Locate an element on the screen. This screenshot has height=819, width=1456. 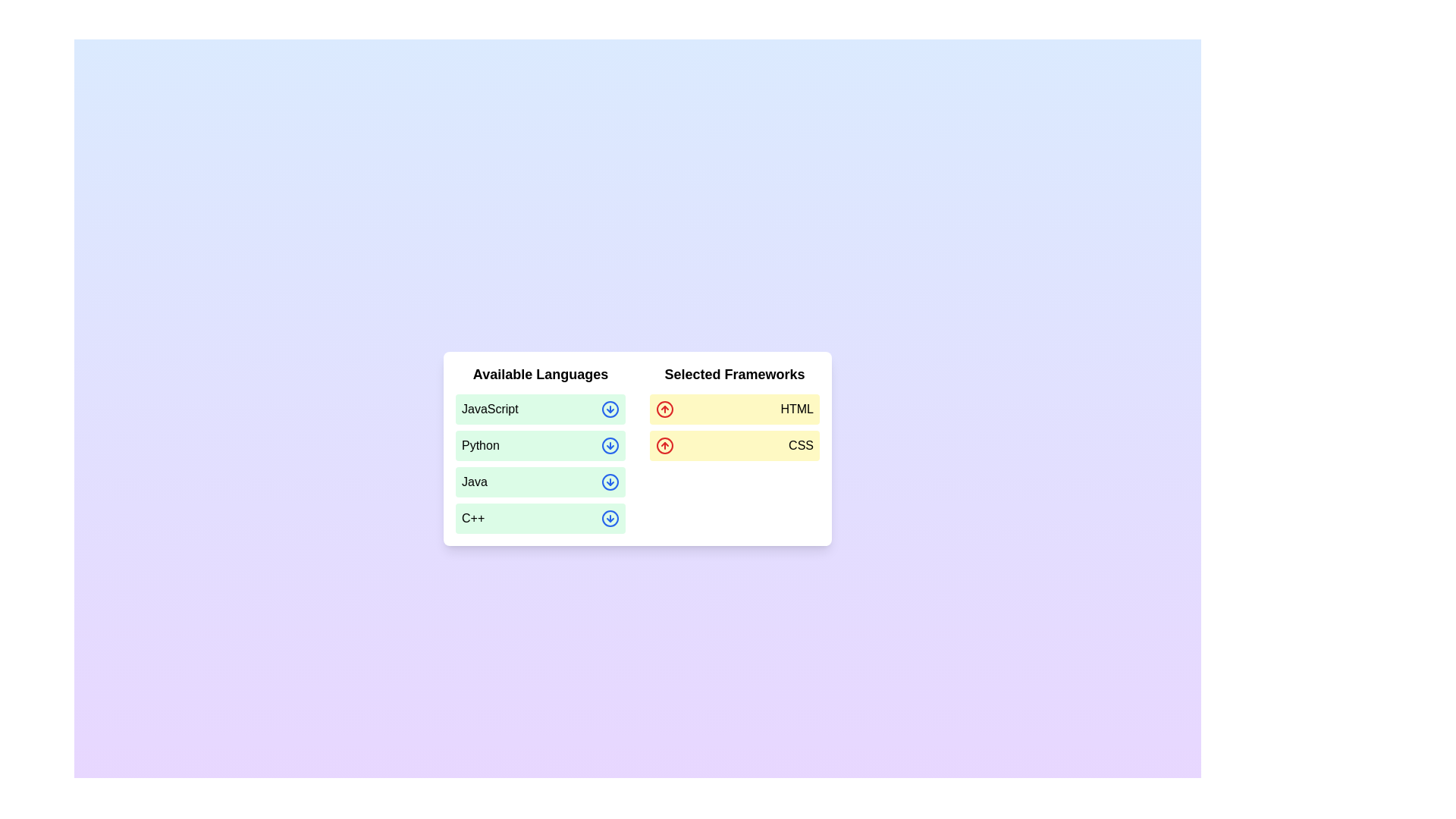
the icon corresponding to CSS is located at coordinates (665, 444).